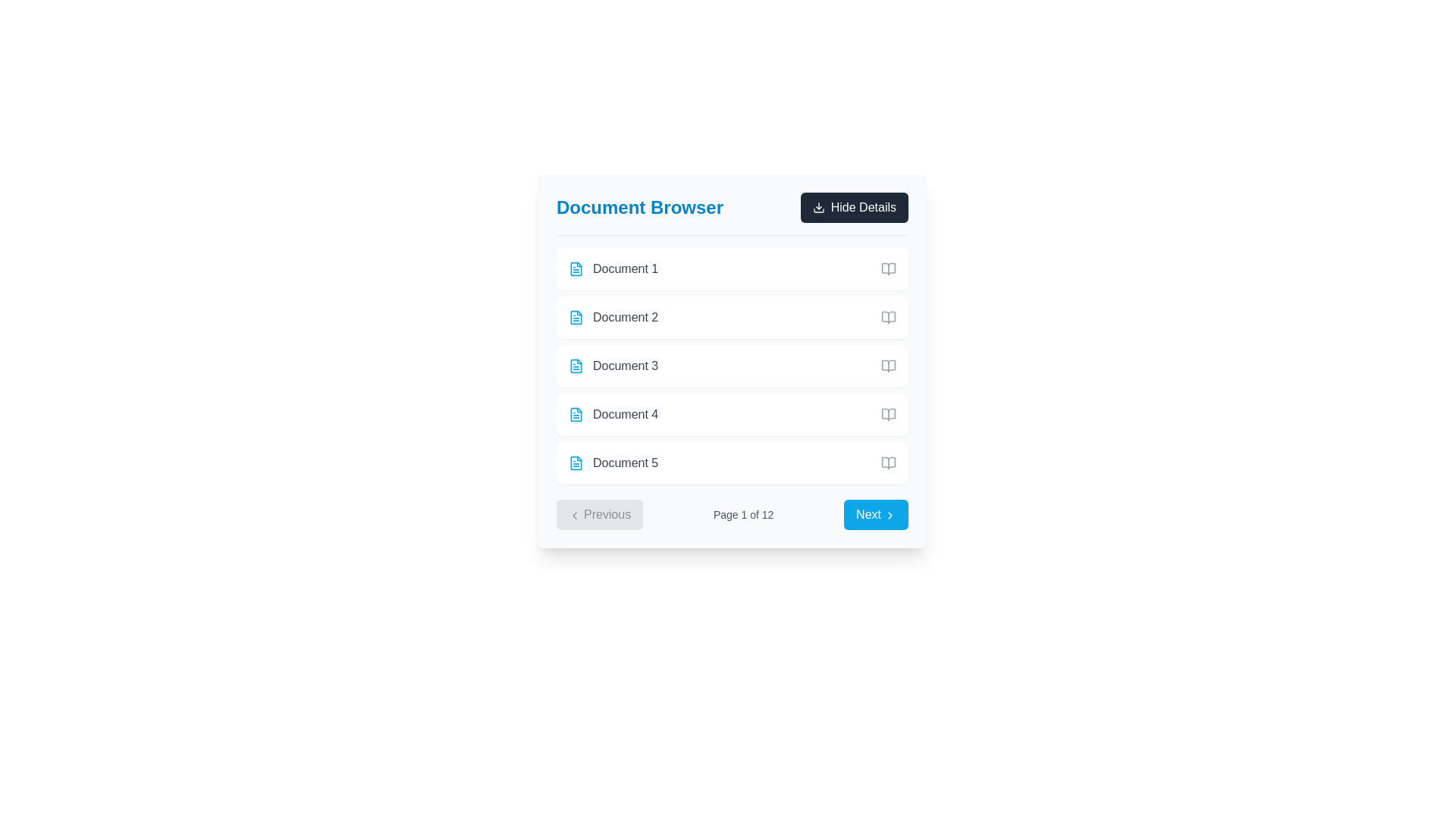 Image resolution: width=1456 pixels, height=819 pixels. Describe the element at coordinates (613, 366) in the screenshot. I see `the third list item labeled 'Document 3' in the document list` at that location.